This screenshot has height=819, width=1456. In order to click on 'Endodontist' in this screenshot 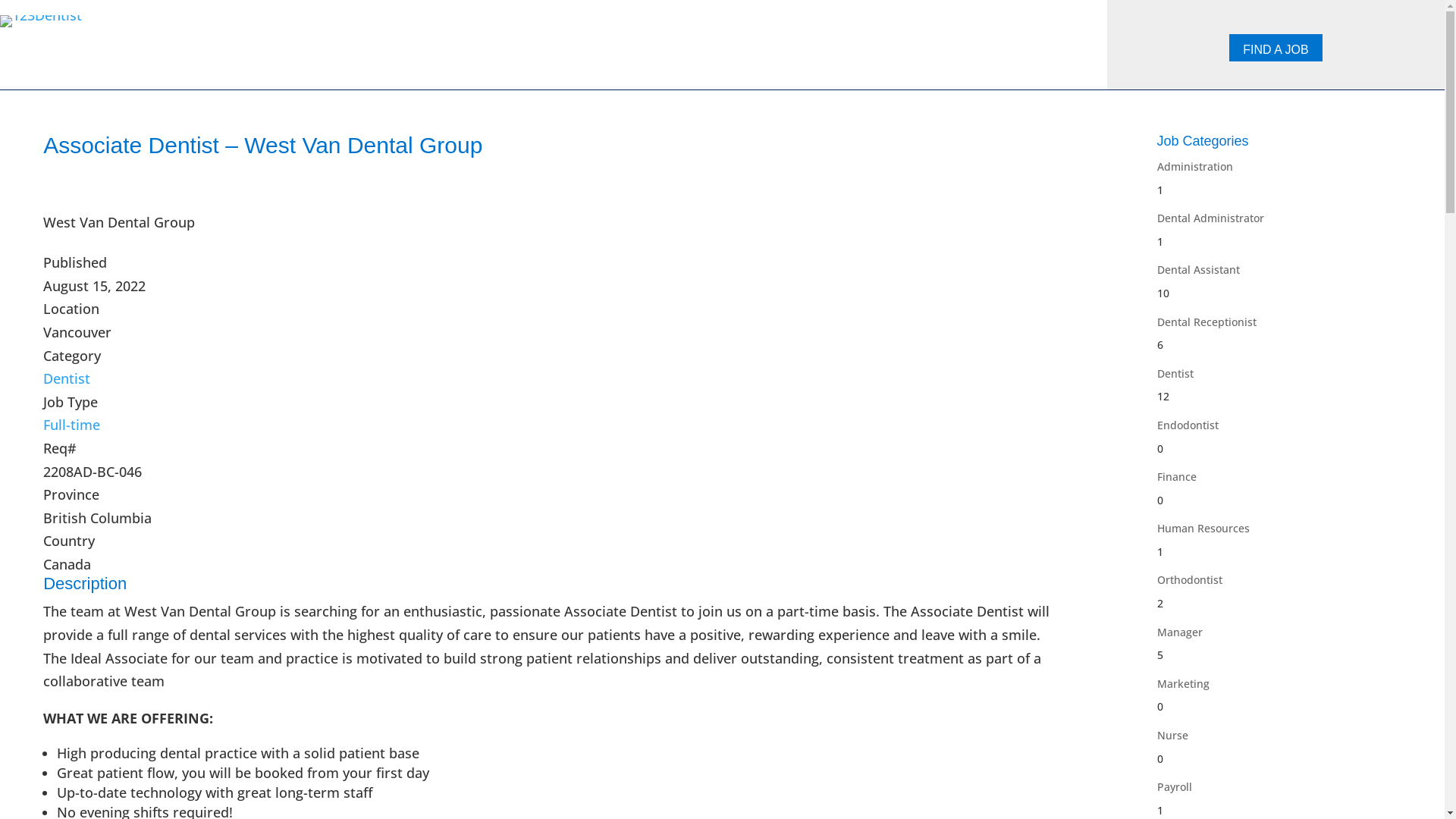, I will do `click(1187, 425)`.